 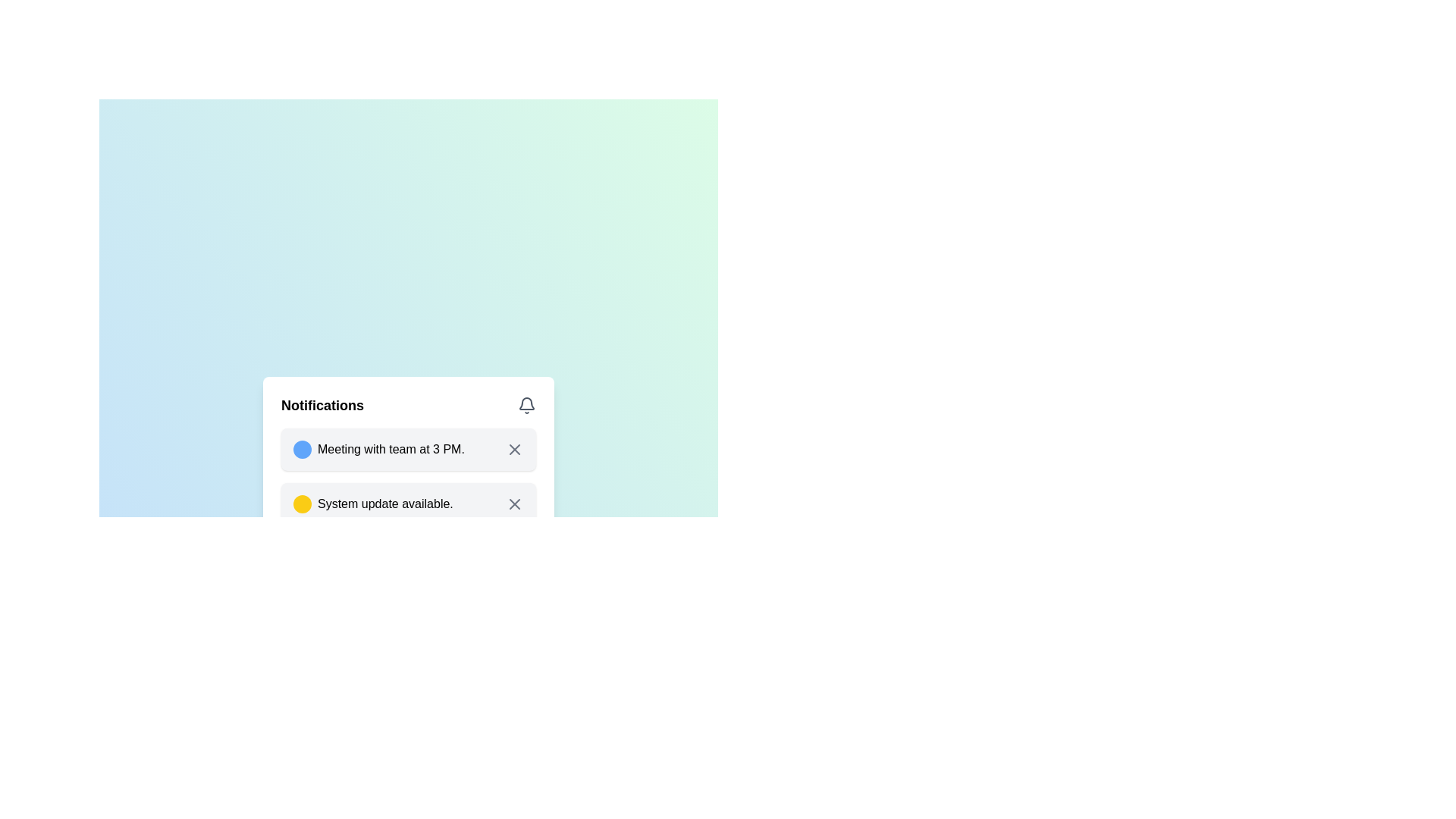 What do you see at coordinates (514, 504) in the screenshot?
I see `the close button located in the bottom-right corner of the panel associated with the notification item 'System update available'` at bounding box center [514, 504].